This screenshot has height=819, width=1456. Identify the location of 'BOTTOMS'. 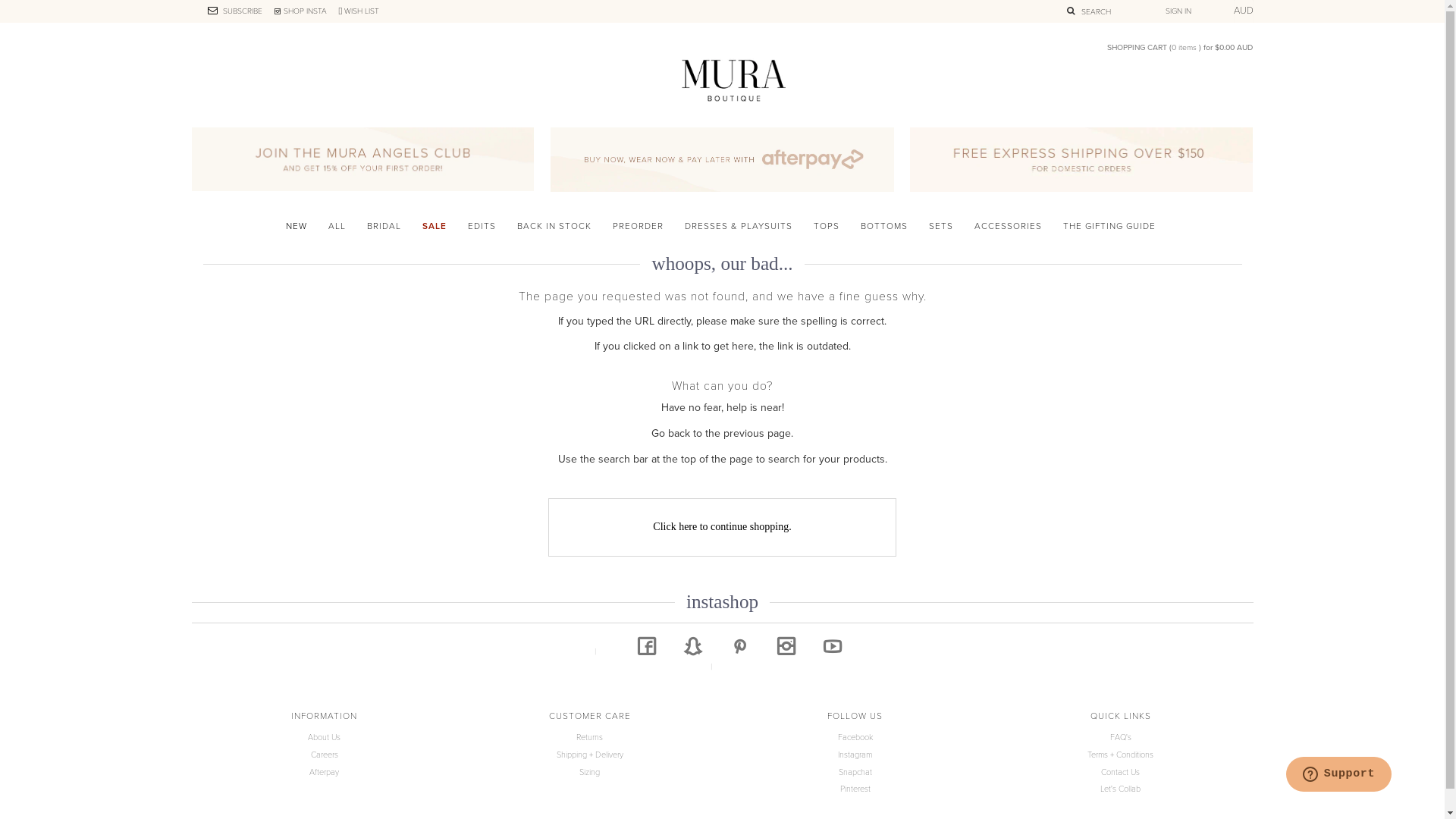
(884, 226).